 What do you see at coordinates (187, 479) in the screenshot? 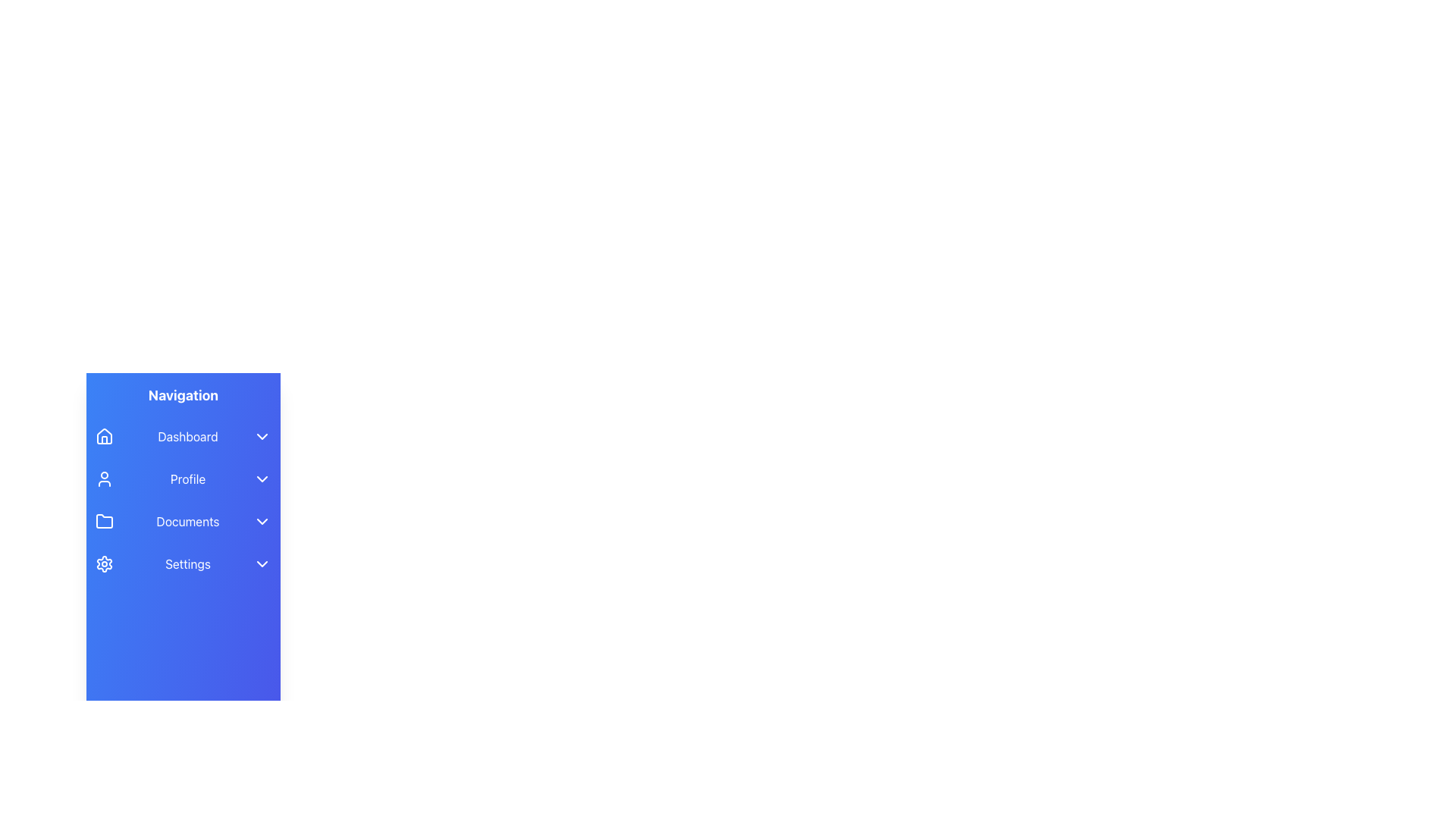
I see `the 'Profile' text label in the vertical navigation menu` at bounding box center [187, 479].